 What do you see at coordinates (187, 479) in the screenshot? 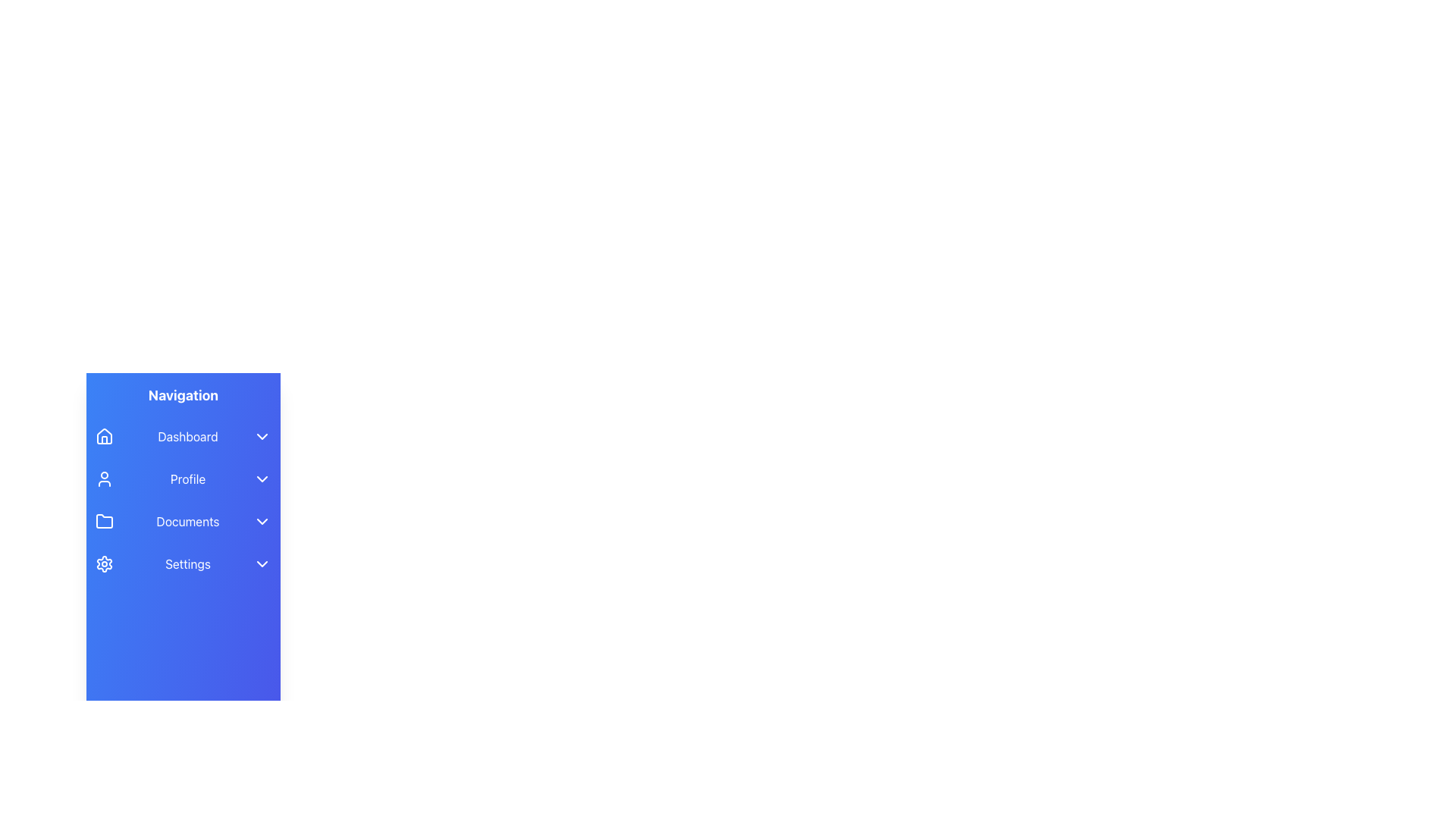
I see `the 'Profile' text label in the vertical navigation menu` at bounding box center [187, 479].